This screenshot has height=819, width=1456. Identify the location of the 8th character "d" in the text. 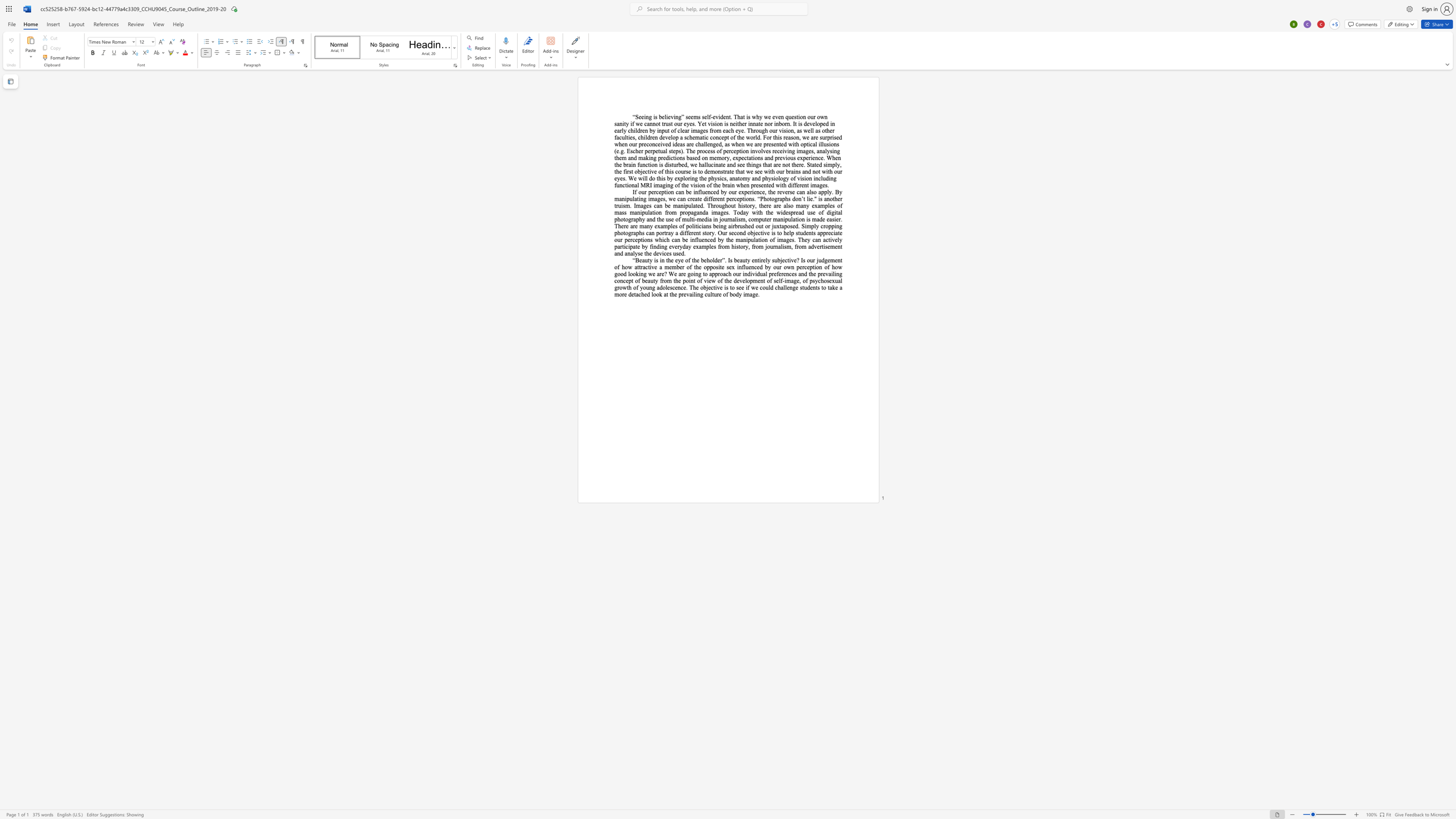
(839, 137).